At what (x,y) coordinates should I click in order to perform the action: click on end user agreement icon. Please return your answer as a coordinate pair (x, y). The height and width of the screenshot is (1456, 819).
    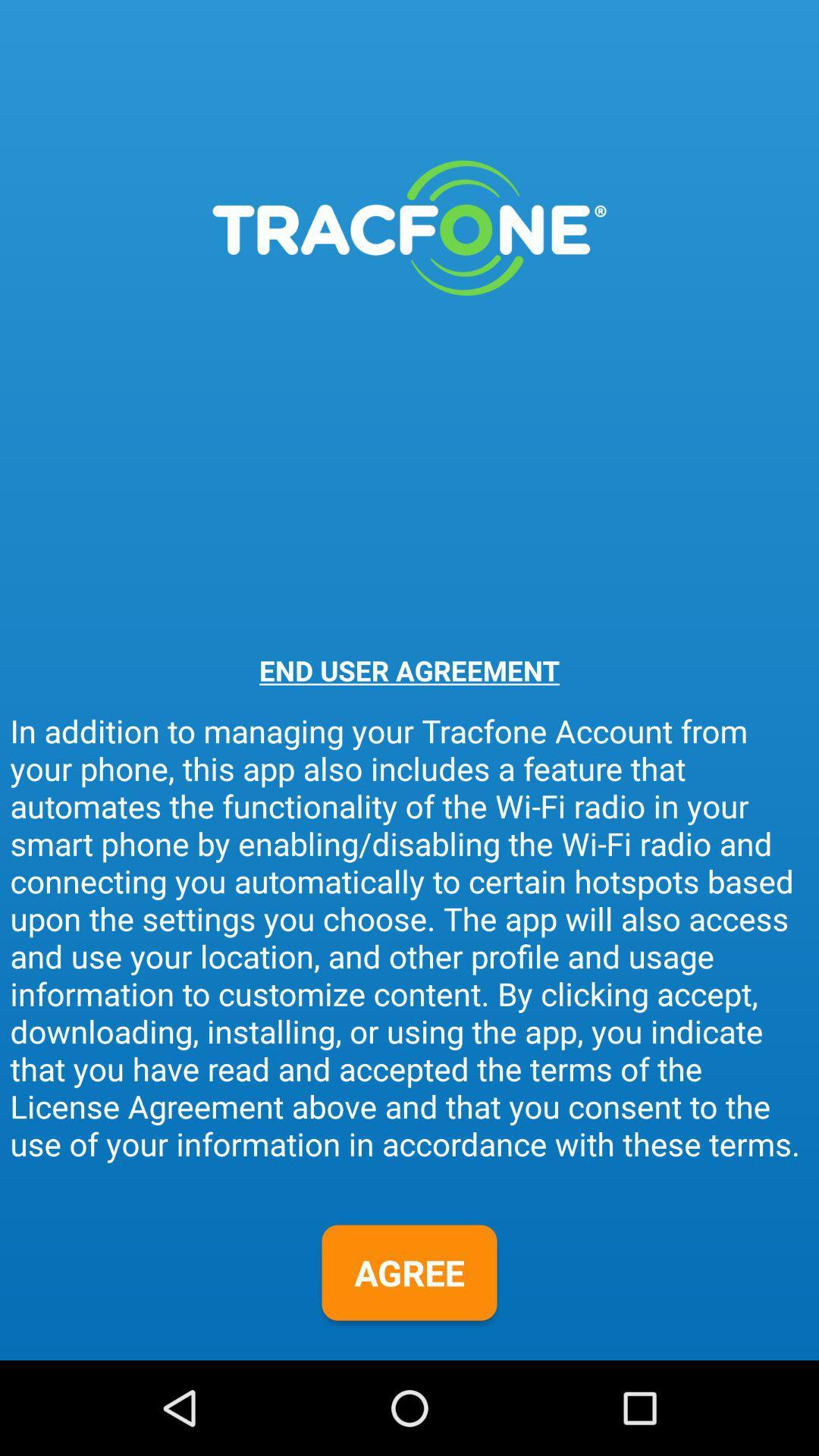
    Looking at the image, I should click on (409, 670).